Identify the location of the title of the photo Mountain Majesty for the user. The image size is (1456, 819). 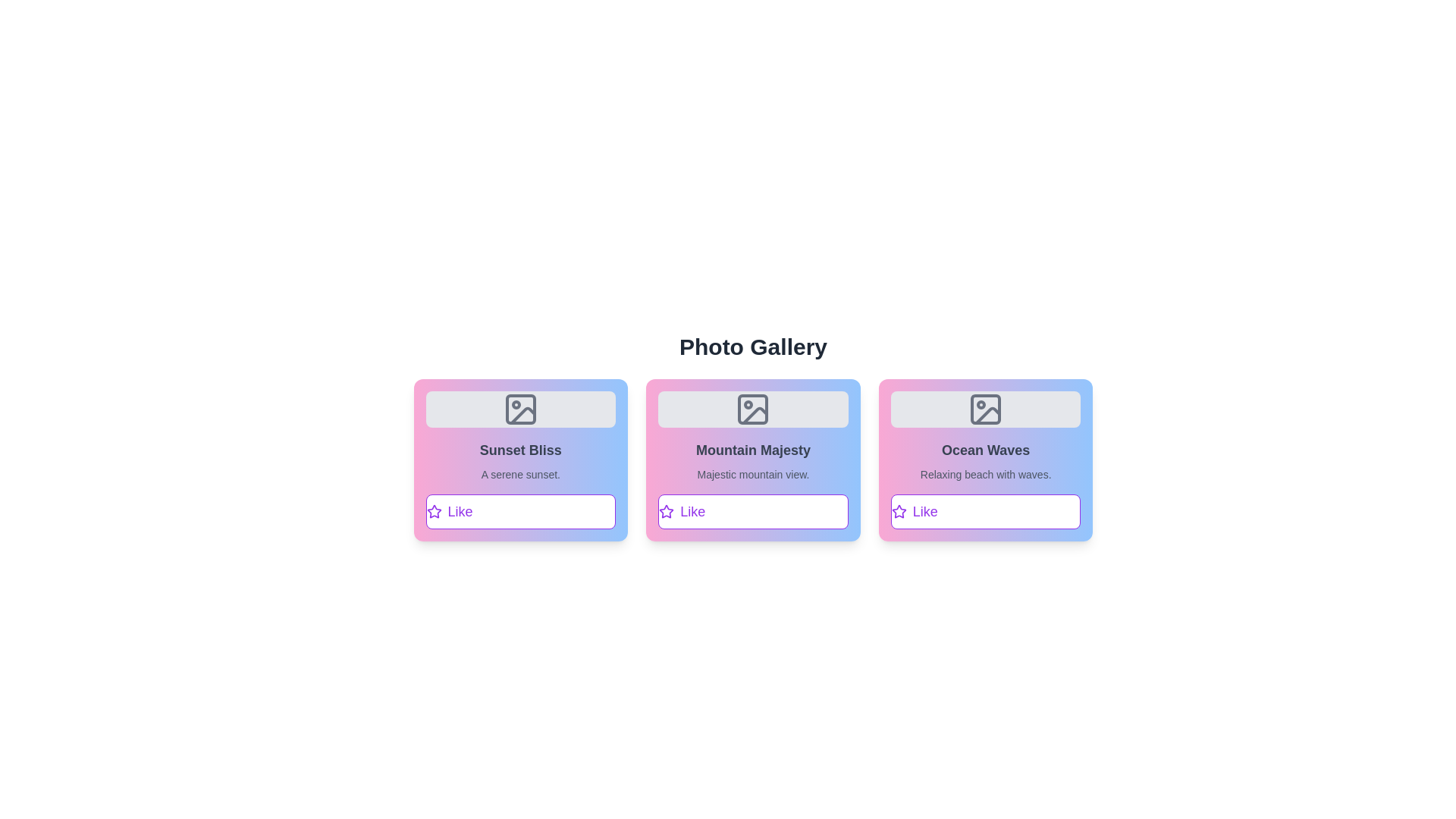
(753, 450).